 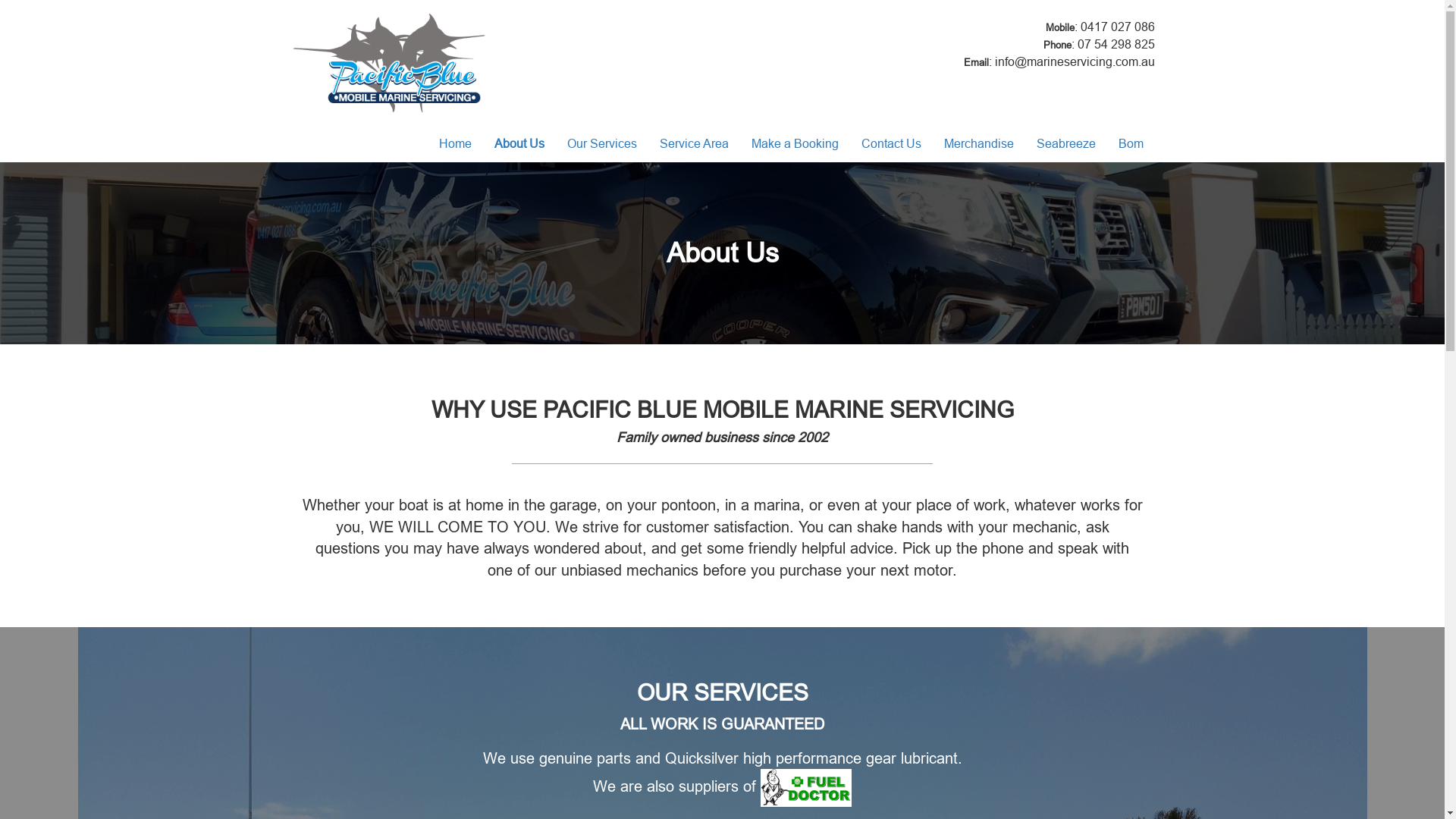 I want to click on 'Bom', so click(x=1131, y=143).